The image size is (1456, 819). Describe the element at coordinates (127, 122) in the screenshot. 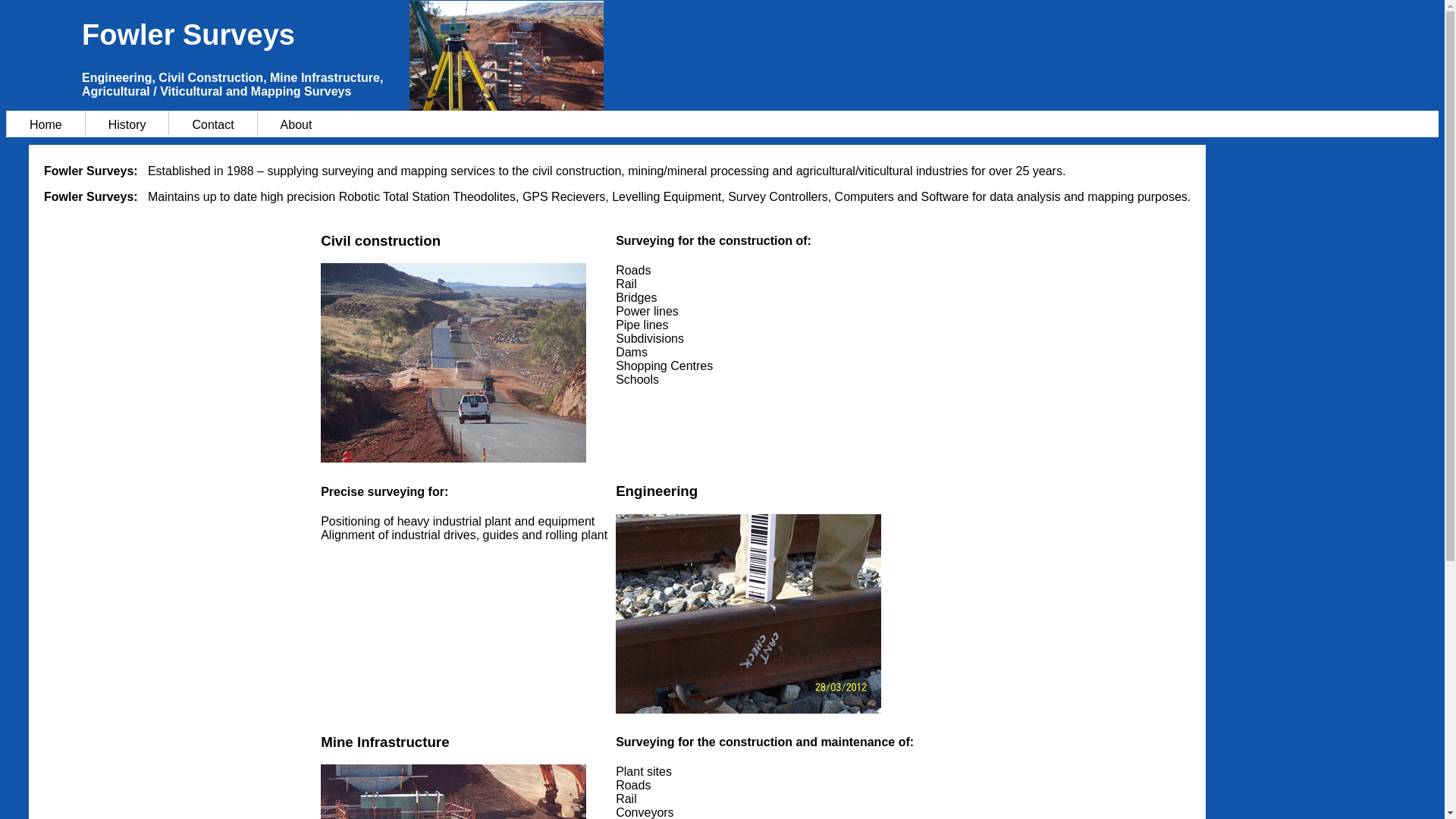

I see `'History'` at that location.